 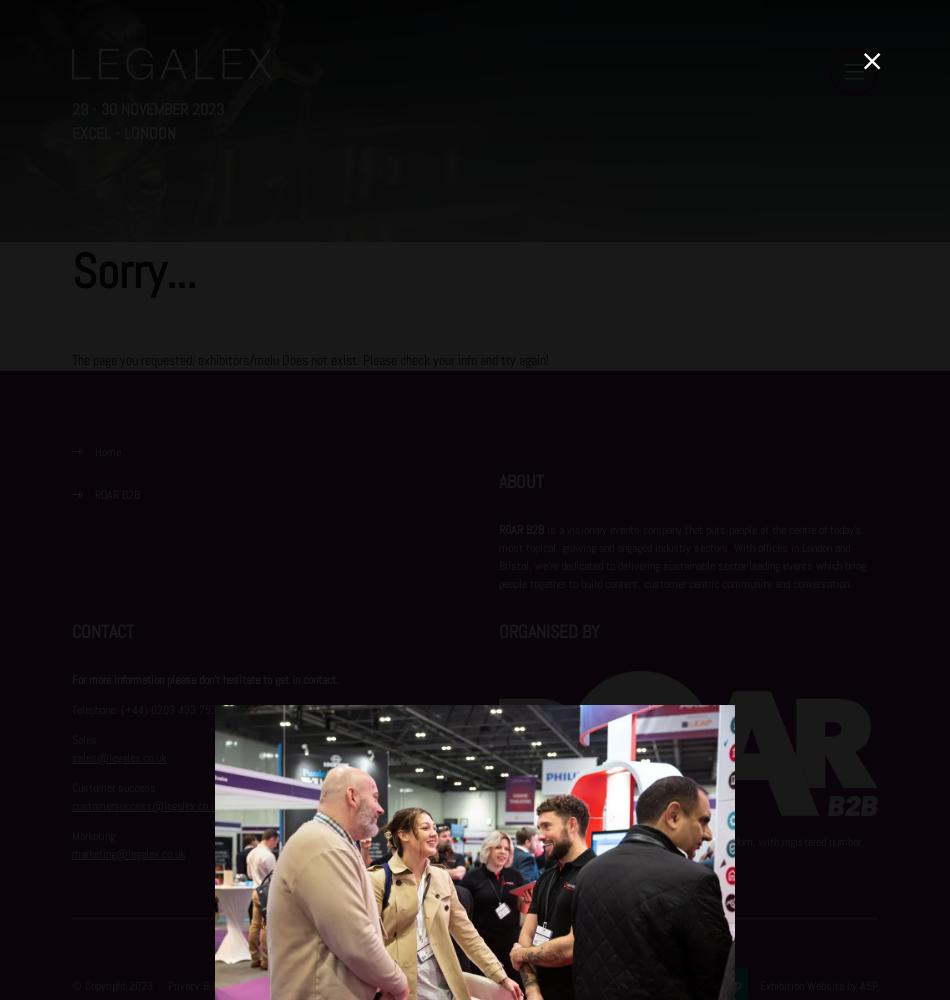 What do you see at coordinates (205, 679) in the screenshot?
I see `'For more information please don't hesitate to get in contact.'` at bounding box center [205, 679].